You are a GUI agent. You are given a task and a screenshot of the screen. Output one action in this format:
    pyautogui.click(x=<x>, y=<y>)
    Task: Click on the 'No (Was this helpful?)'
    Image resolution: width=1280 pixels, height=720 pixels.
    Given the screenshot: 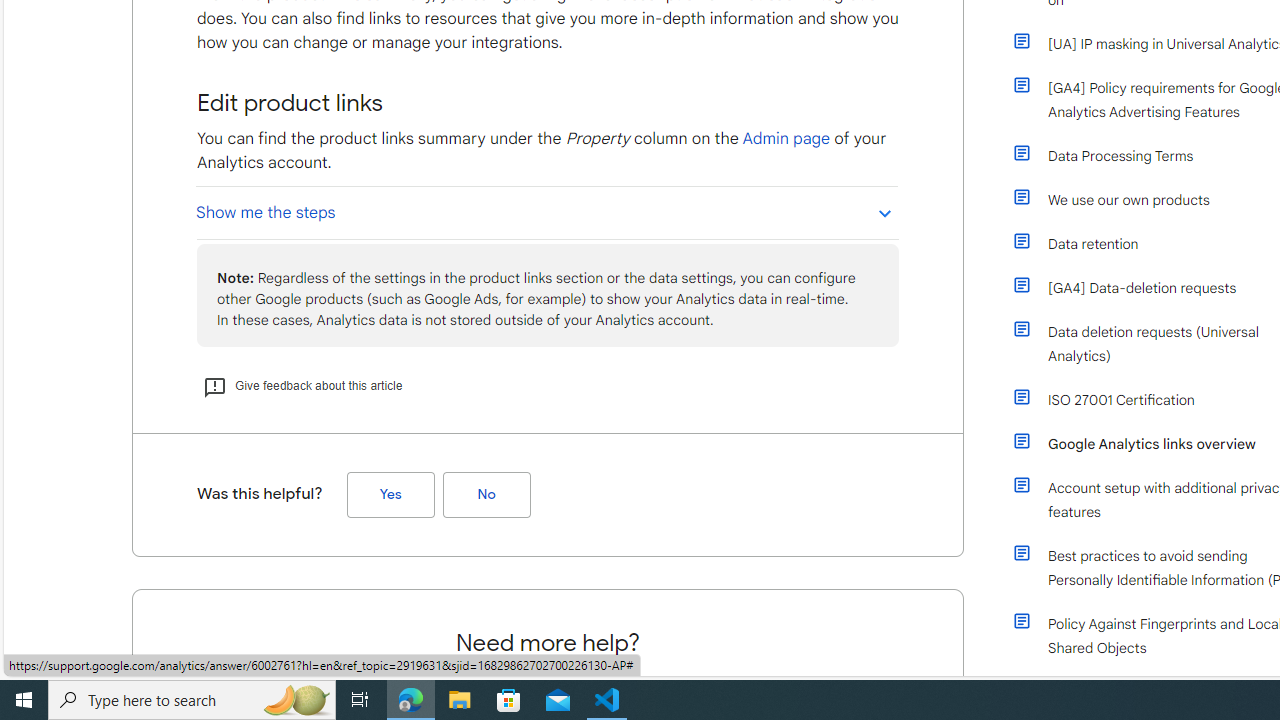 What is the action you would take?
    pyautogui.click(x=486, y=495)
    